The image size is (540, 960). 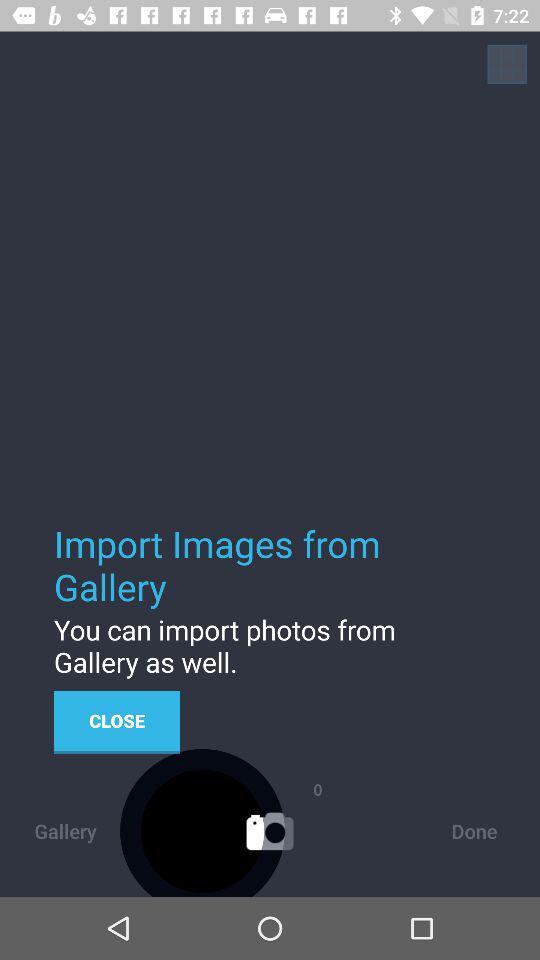 What do you see at coordinates (507, 64) in the screenshot?
I see `switch camera` at bounding box center [507, 64].